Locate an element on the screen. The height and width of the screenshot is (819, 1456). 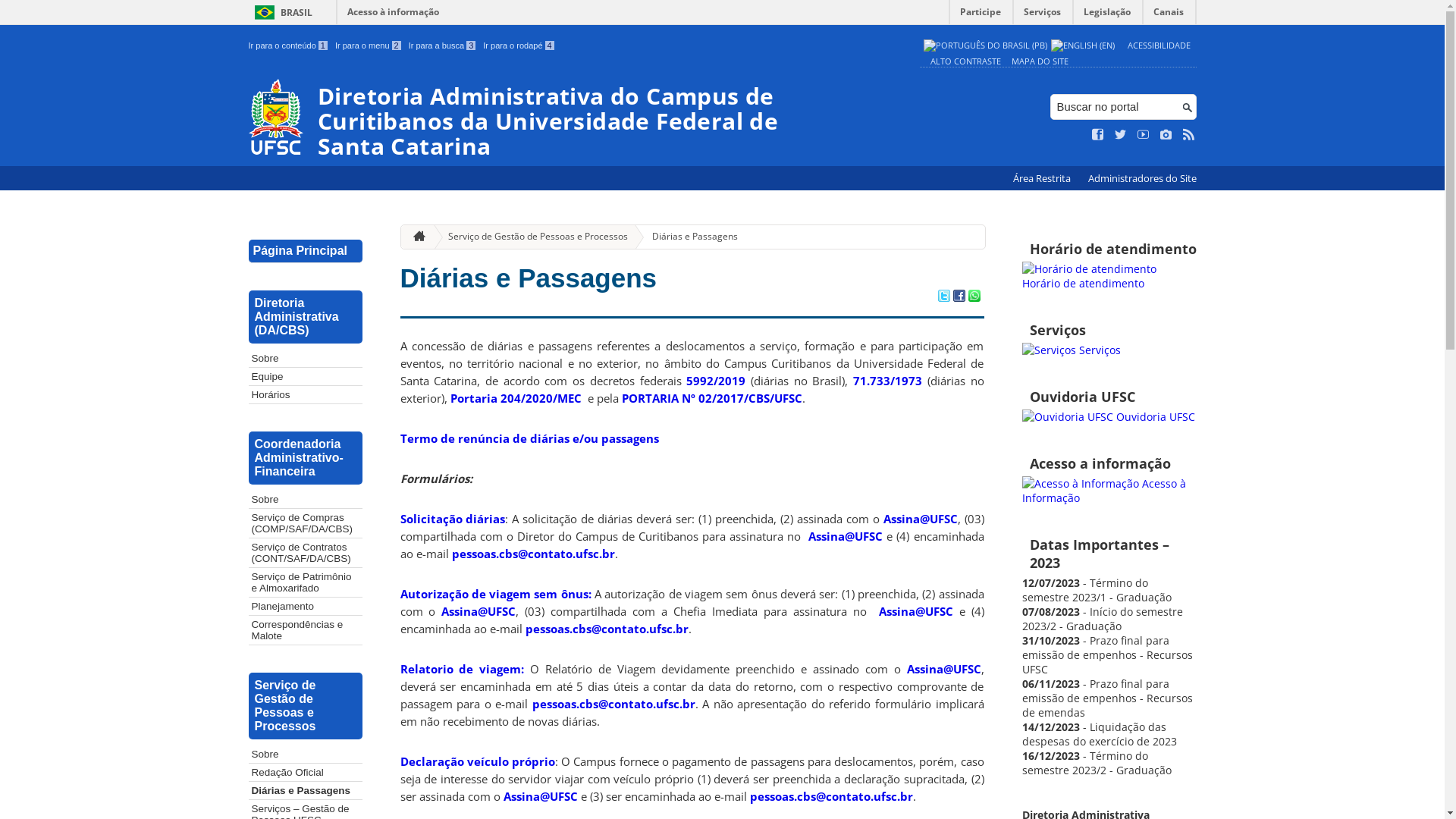
'Relatorio de viagem:' is located at coordinates (461, 668).